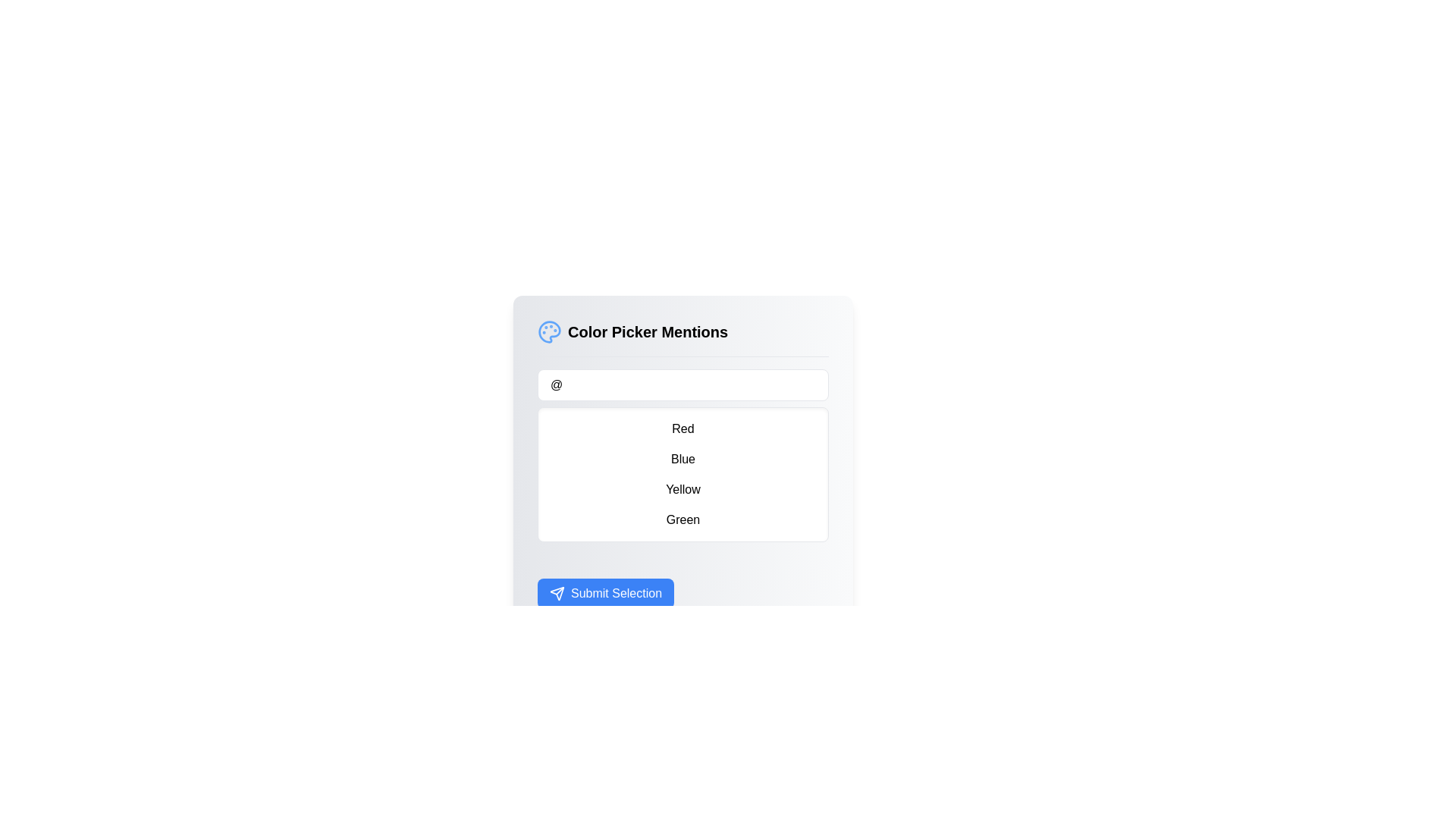  I want to click on the 'Red' color option in the color selection menu, so click(682, 429).